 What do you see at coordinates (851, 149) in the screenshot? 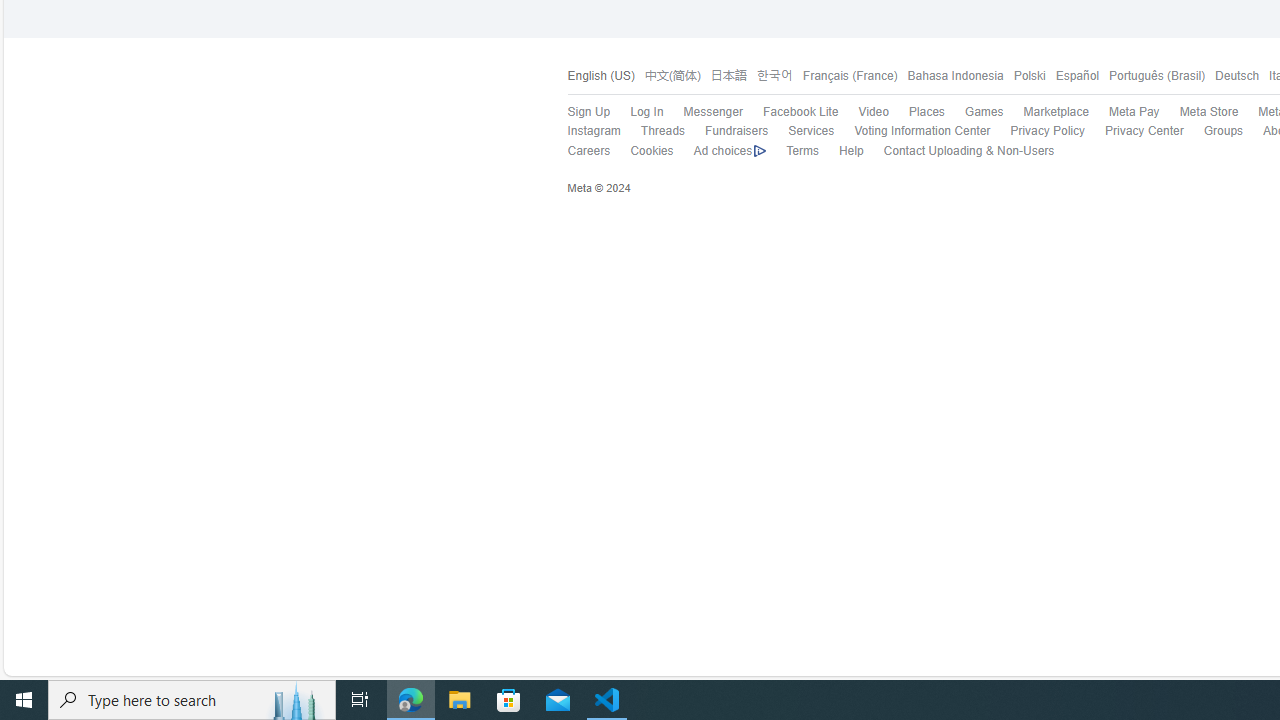
I see `'Help'` at bounding box center [851, 149].